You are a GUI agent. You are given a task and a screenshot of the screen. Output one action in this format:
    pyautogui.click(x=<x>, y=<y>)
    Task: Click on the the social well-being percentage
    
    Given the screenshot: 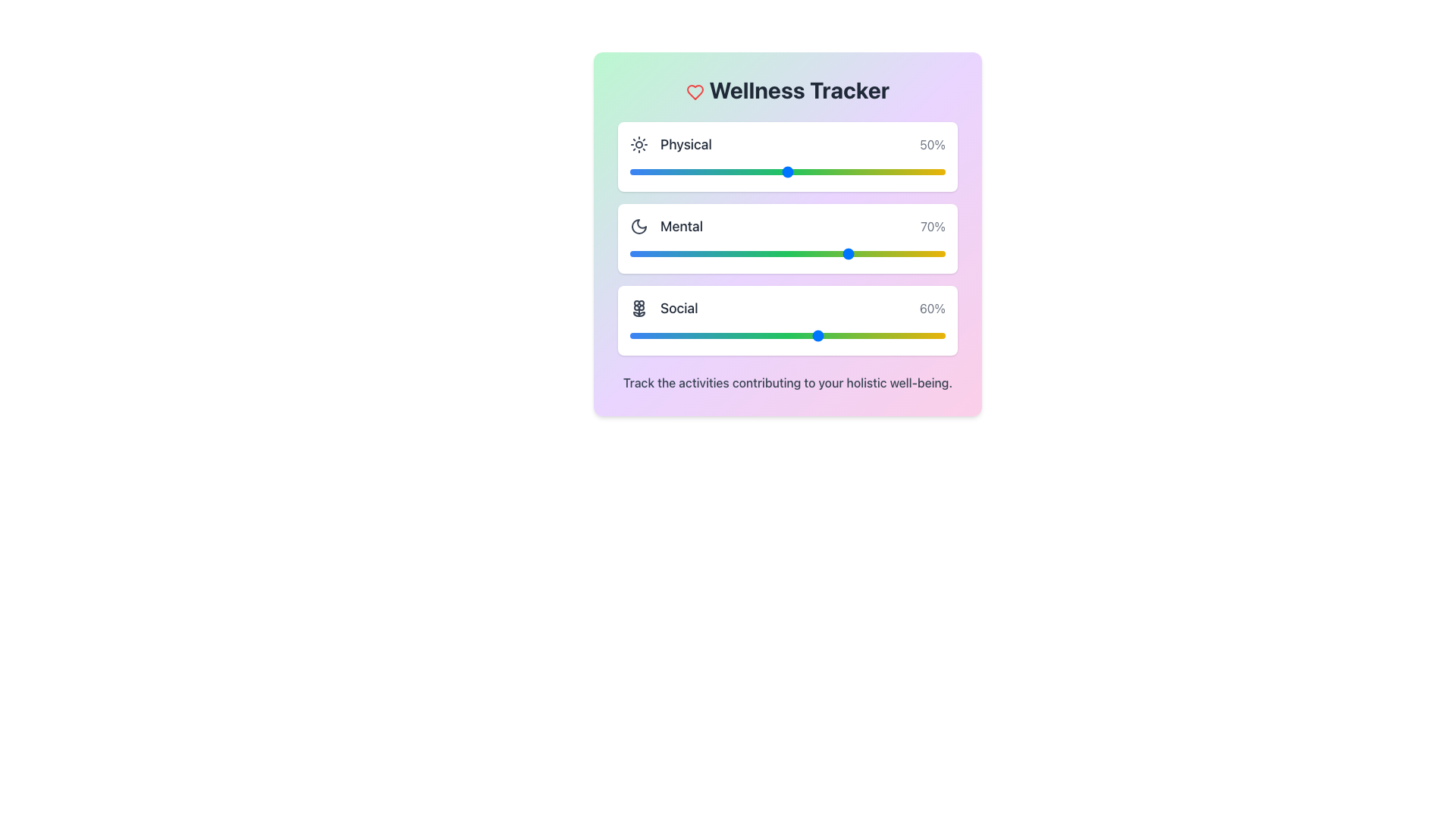 What is the action you would take?
    pyautogui.click(x=686, y=335)
    